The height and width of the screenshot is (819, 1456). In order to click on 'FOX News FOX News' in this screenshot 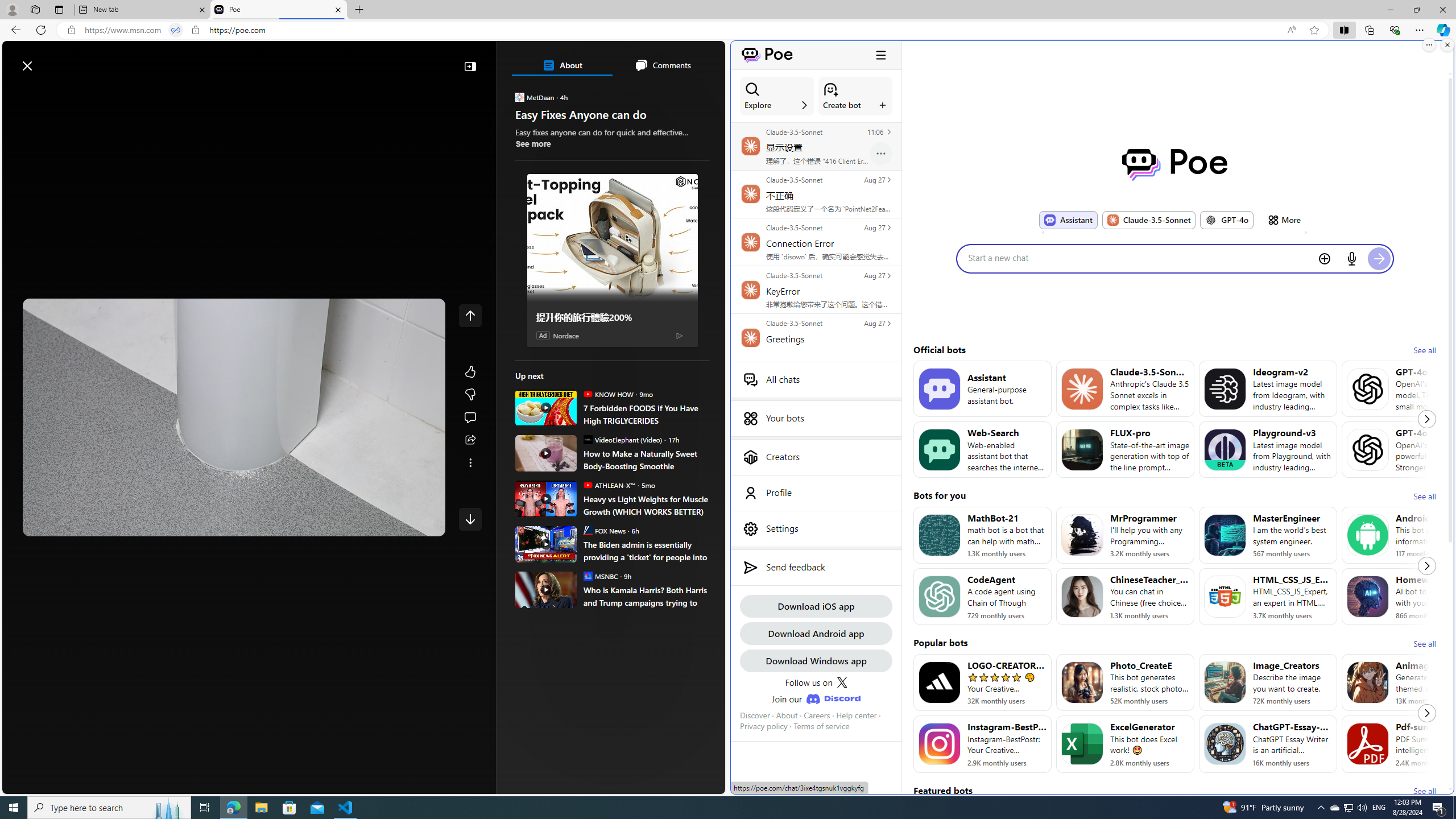, I will do `click(603, 530)`.